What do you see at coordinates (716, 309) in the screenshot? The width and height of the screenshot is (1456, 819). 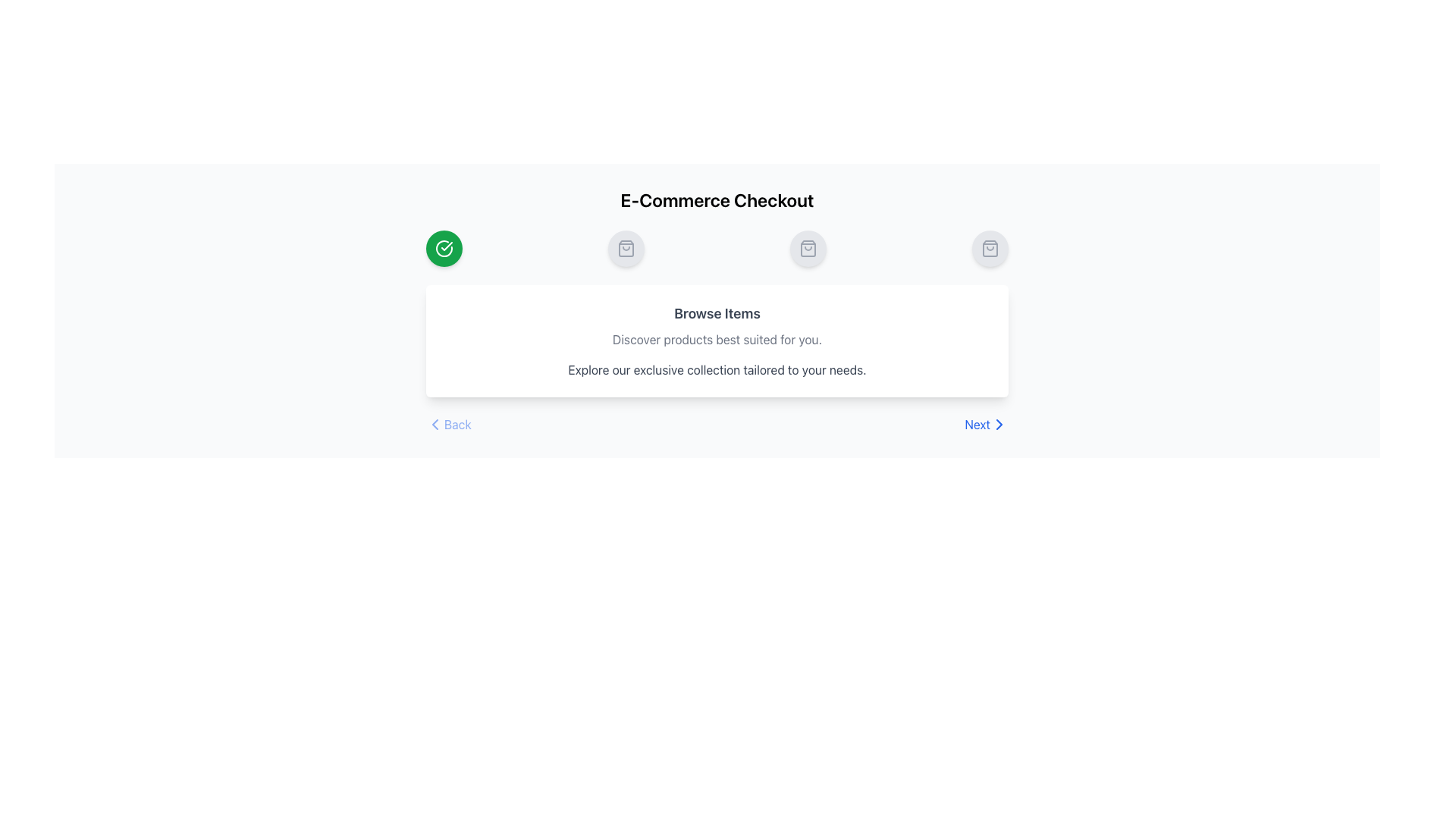 I see `the checkout panel titled 'E-Commerce Checkout' that contains a content box with the text 'Browse Items Discover products best suited for you.' and navigation controls 'Back' and 'Next'` at bounding box center [716, 309].